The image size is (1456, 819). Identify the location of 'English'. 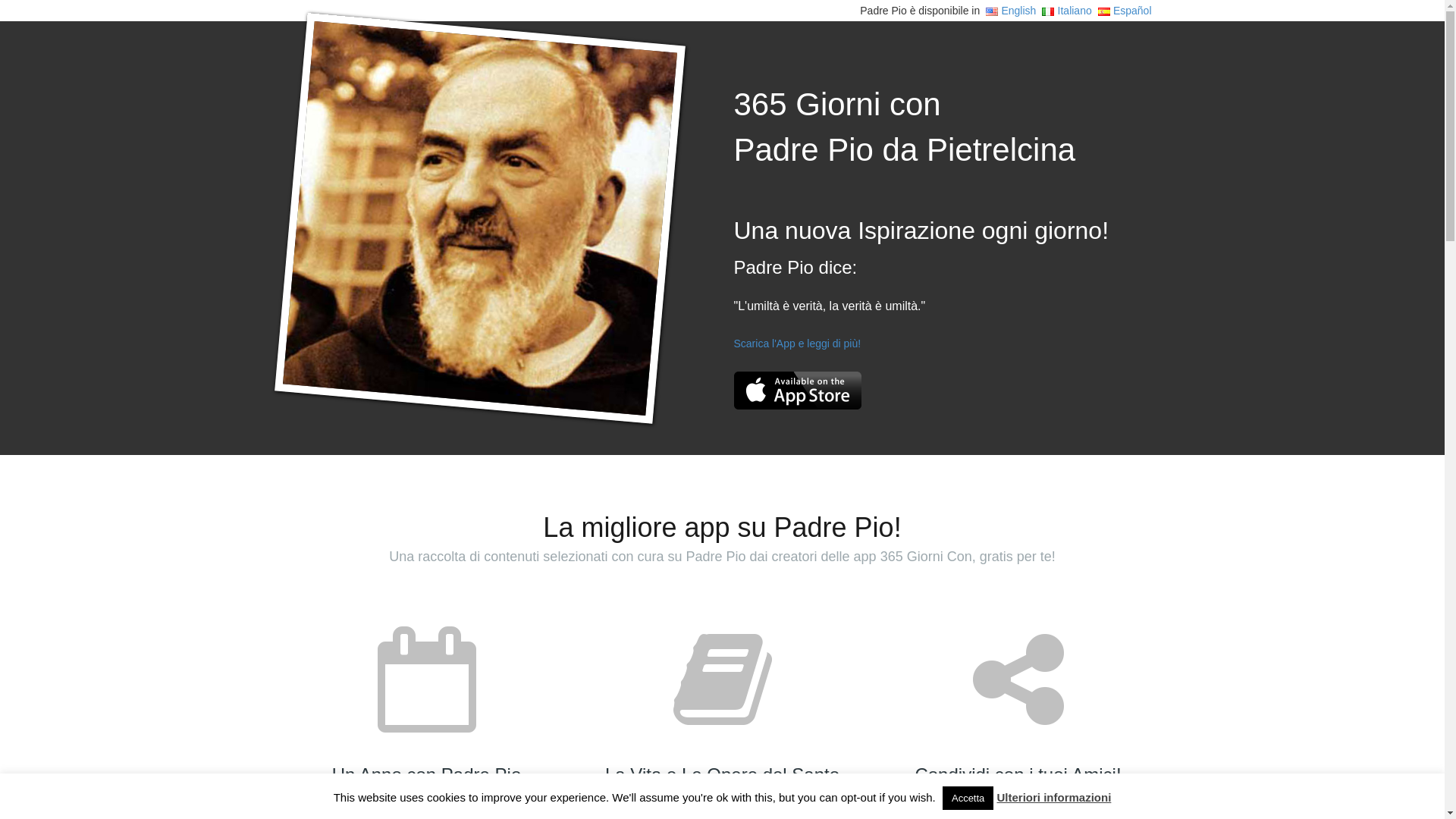
(986, 11).